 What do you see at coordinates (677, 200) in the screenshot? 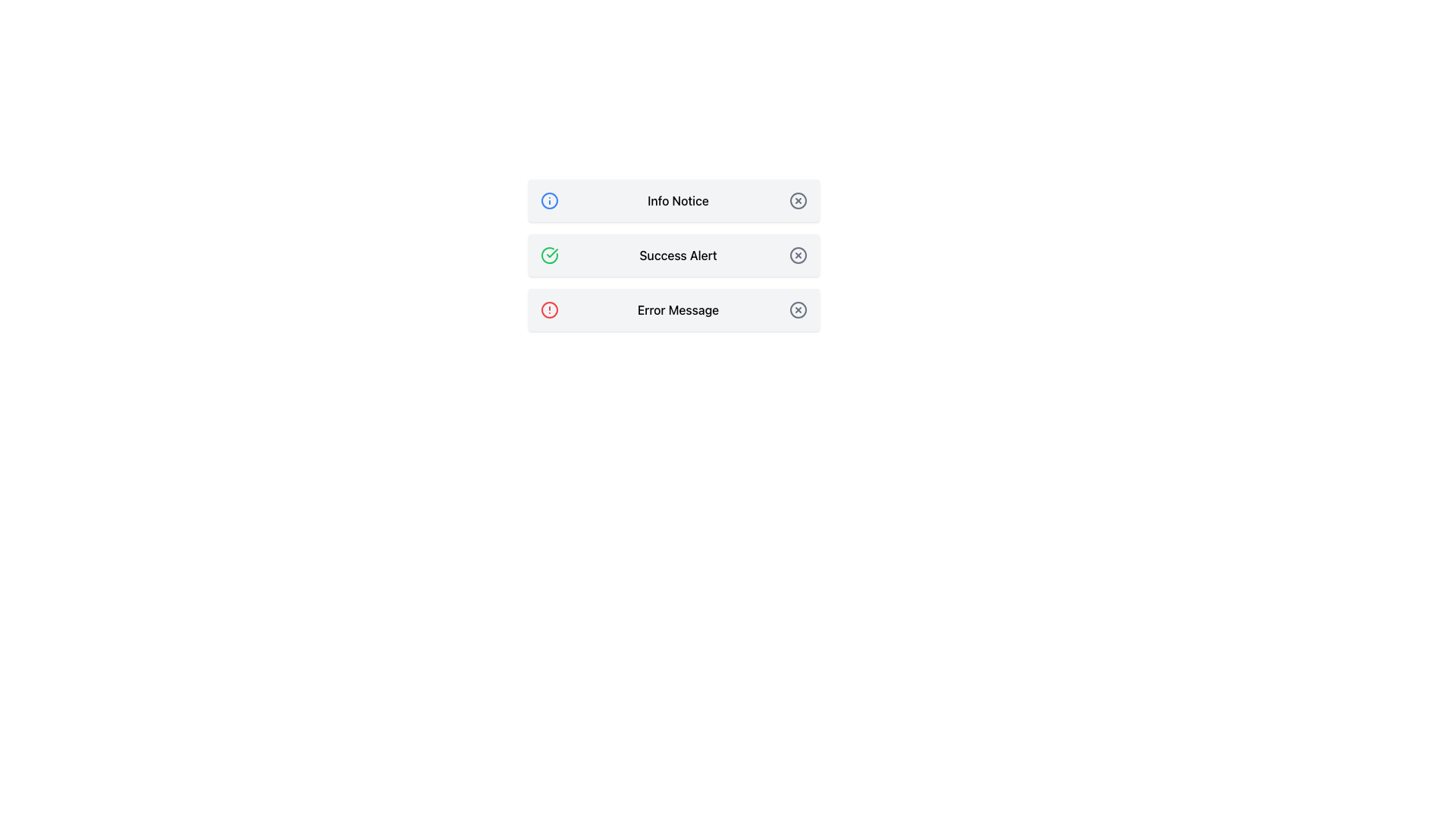
I see `the text label that serves as the title for the notification card, positioned centrally at the top of the three stacked notifications, between a blue icon and a 'close' icon` at bounding box center [677, 200].